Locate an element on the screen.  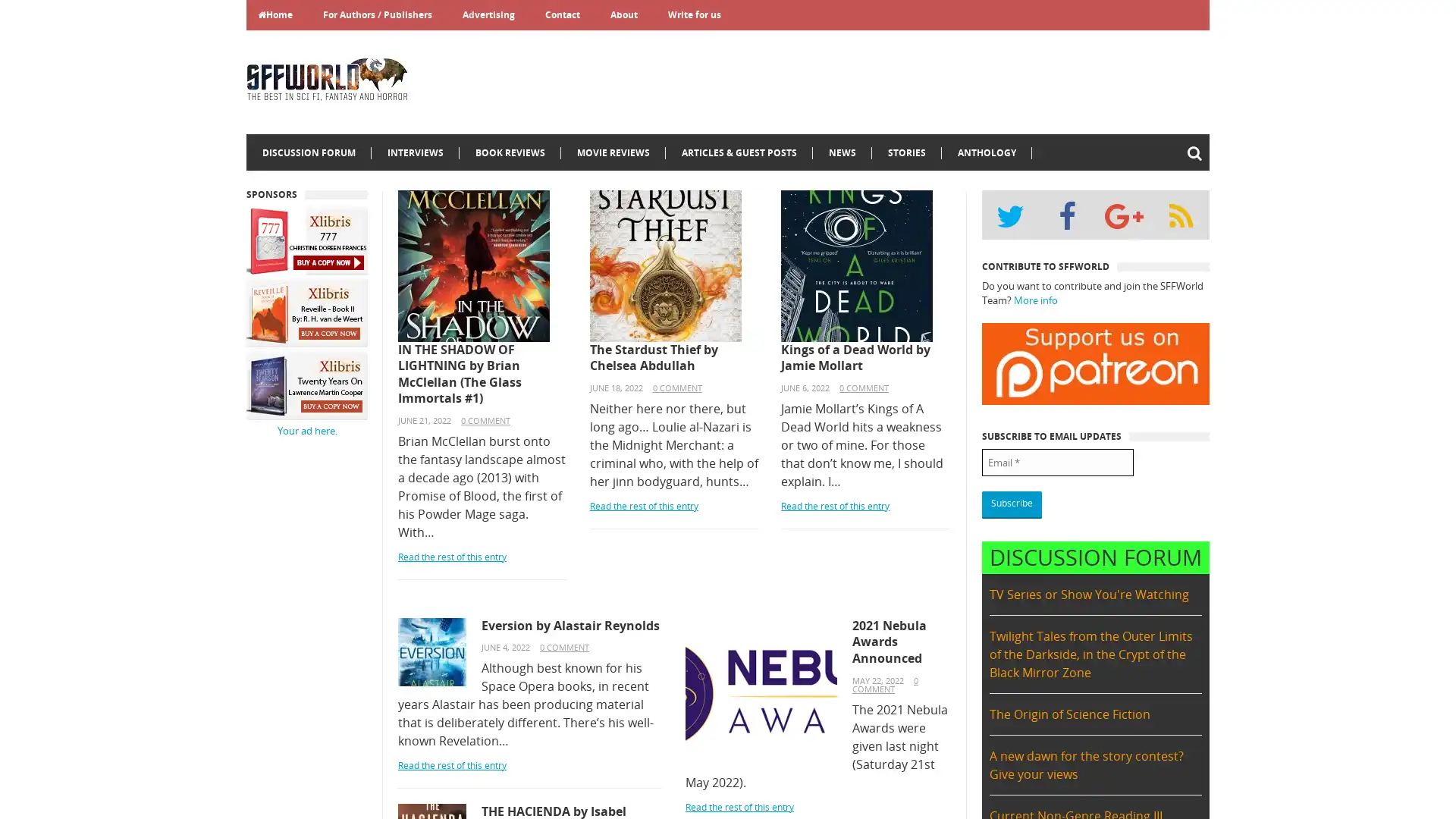
Subscribe is located at coordinates (1012, 504).